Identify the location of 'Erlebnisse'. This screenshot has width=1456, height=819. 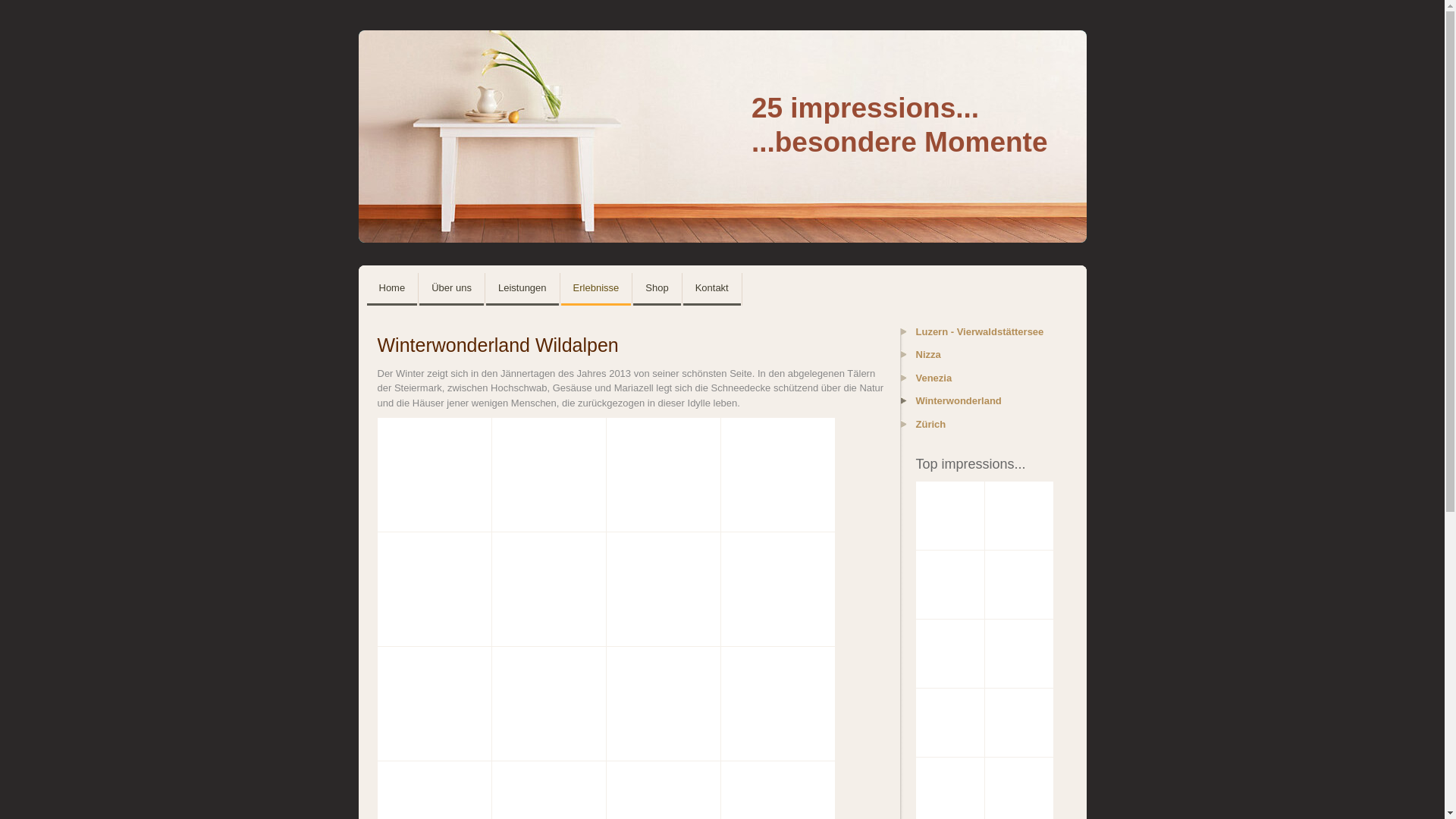
(560, 289).